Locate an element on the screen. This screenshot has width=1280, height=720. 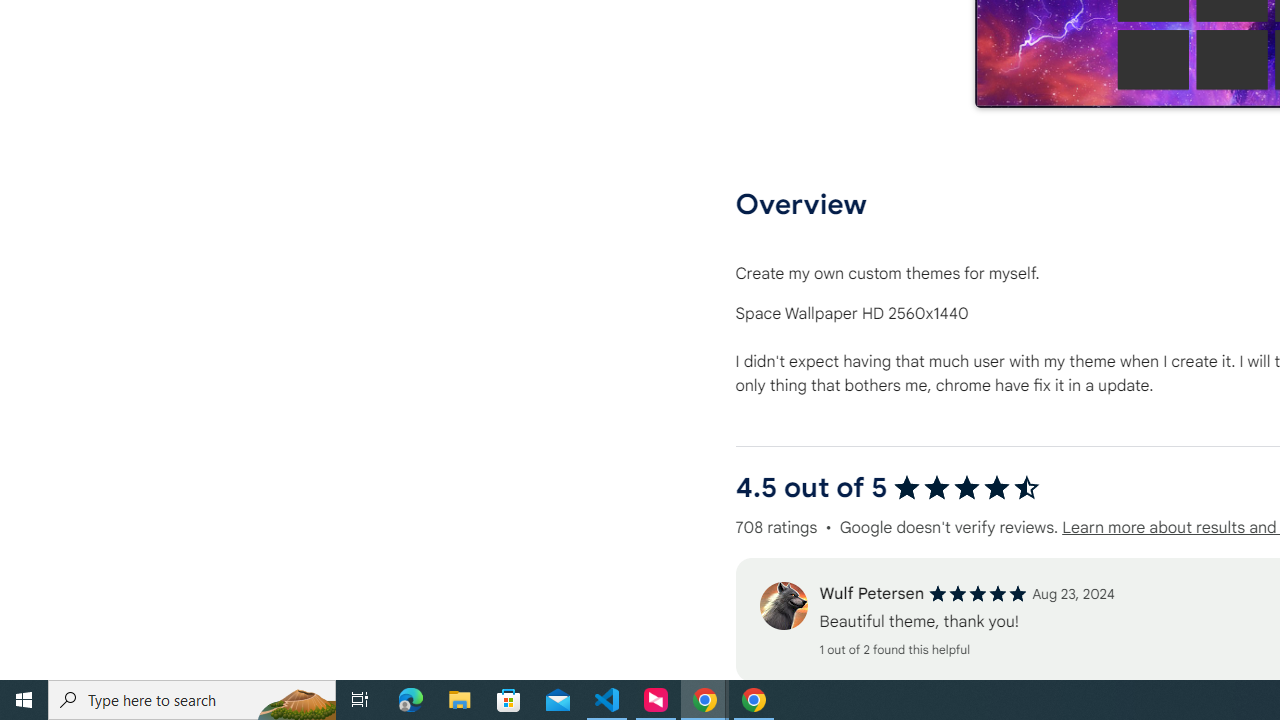
'Review' is located at coordinates (782, 605).